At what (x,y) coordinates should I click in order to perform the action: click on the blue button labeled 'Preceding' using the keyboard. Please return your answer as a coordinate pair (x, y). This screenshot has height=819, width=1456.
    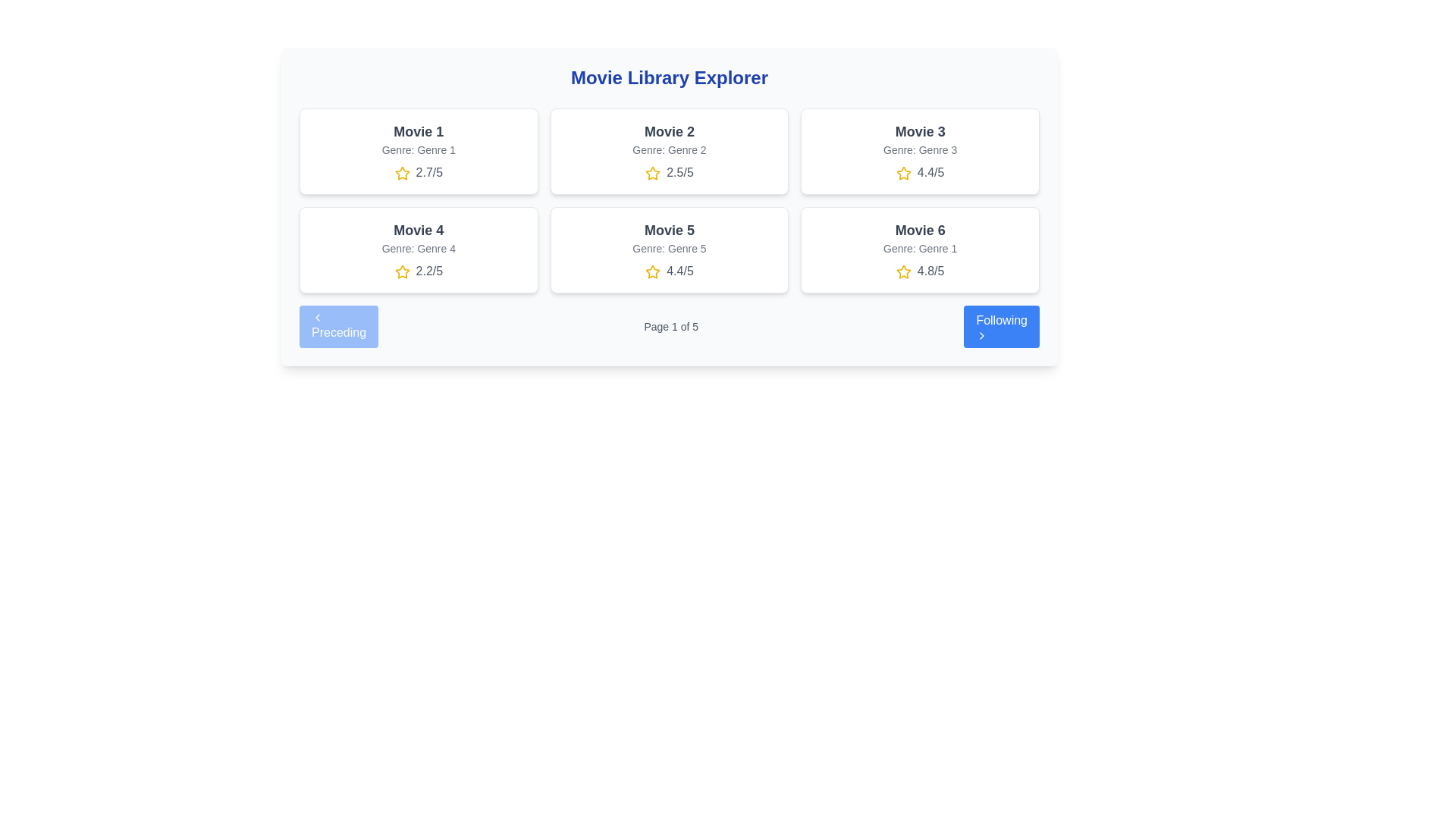
    Looking at the image, I should click on (337, 326).